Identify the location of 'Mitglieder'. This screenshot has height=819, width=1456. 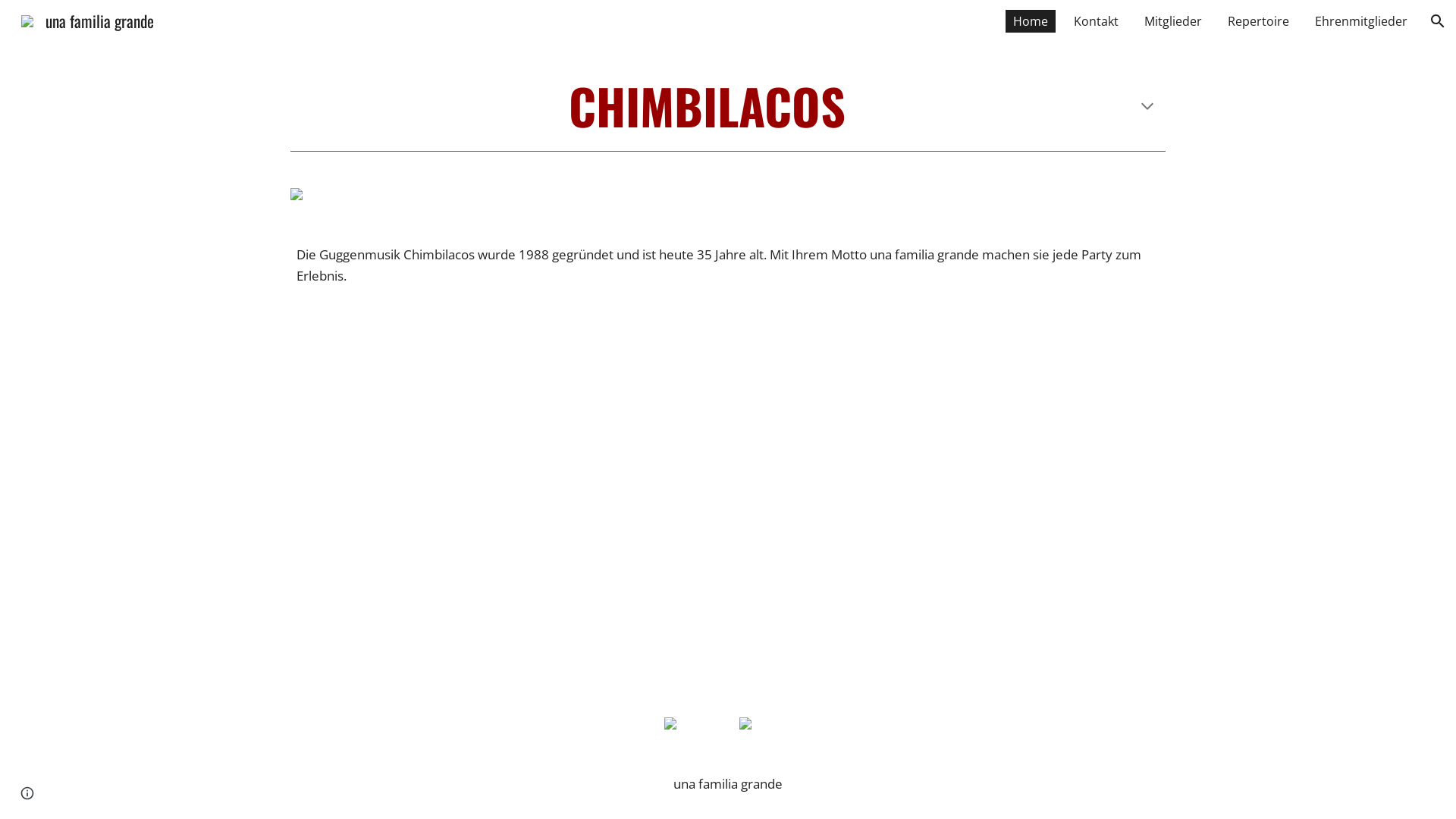
(1172, 20).